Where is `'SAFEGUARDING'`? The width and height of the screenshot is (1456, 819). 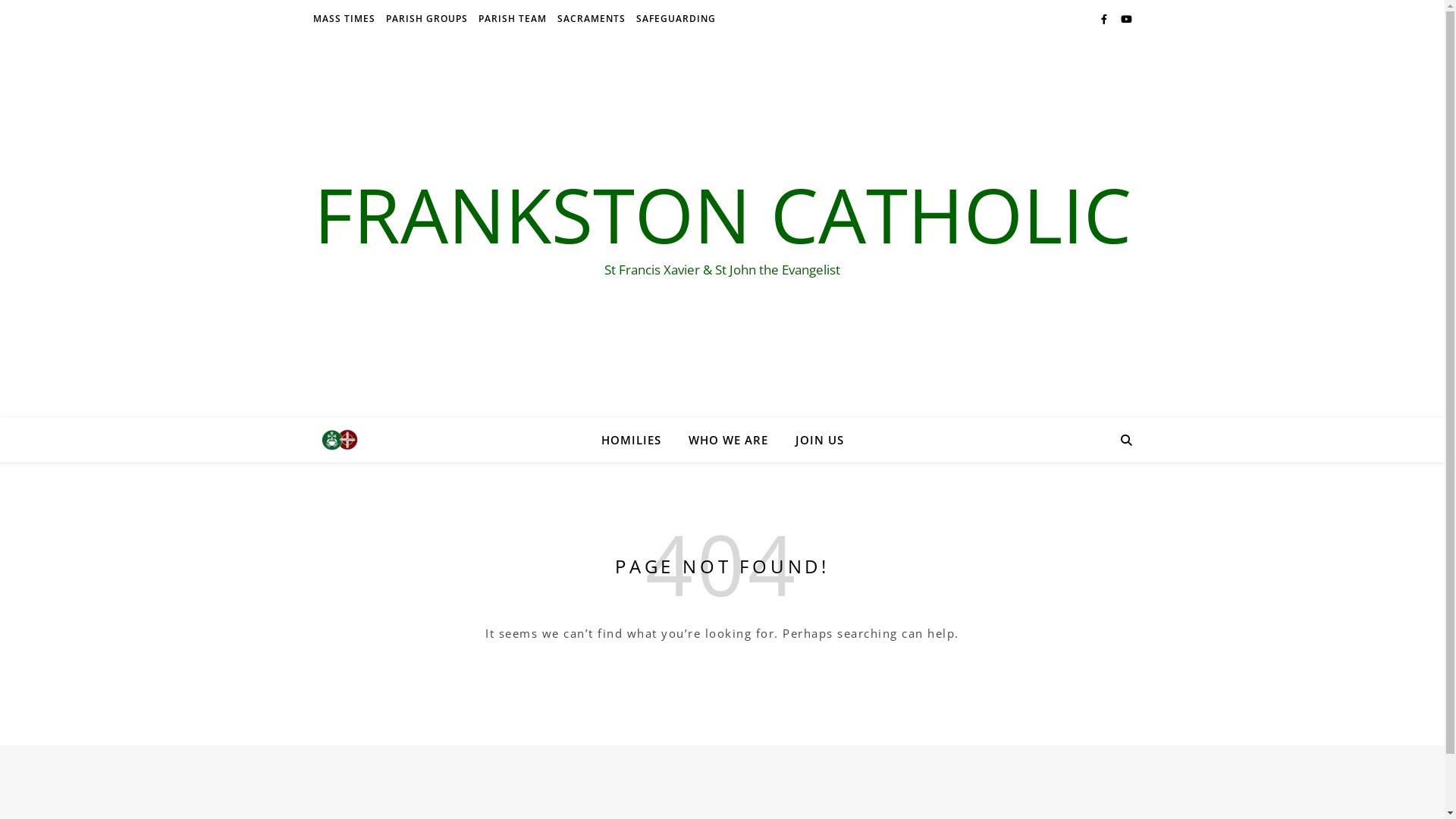
'SAFEGUARDING' is located at coordinates (673, 18).